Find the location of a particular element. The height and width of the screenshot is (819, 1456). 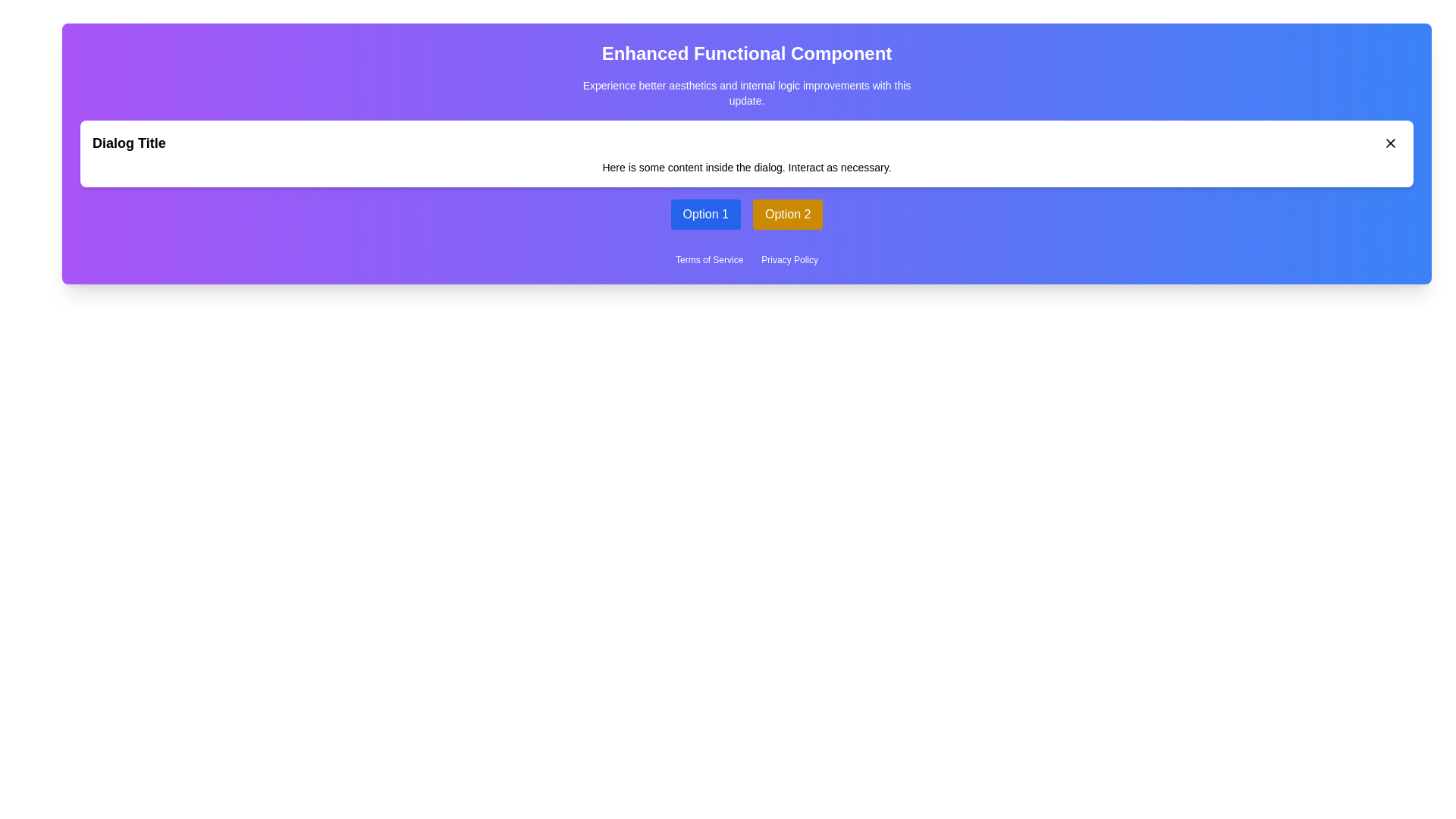

the 'Terms of Service' hyperlink located in the bottom center of the interface, to the left of the 'Privacy Policy' link is located at coordinates (708, 259).